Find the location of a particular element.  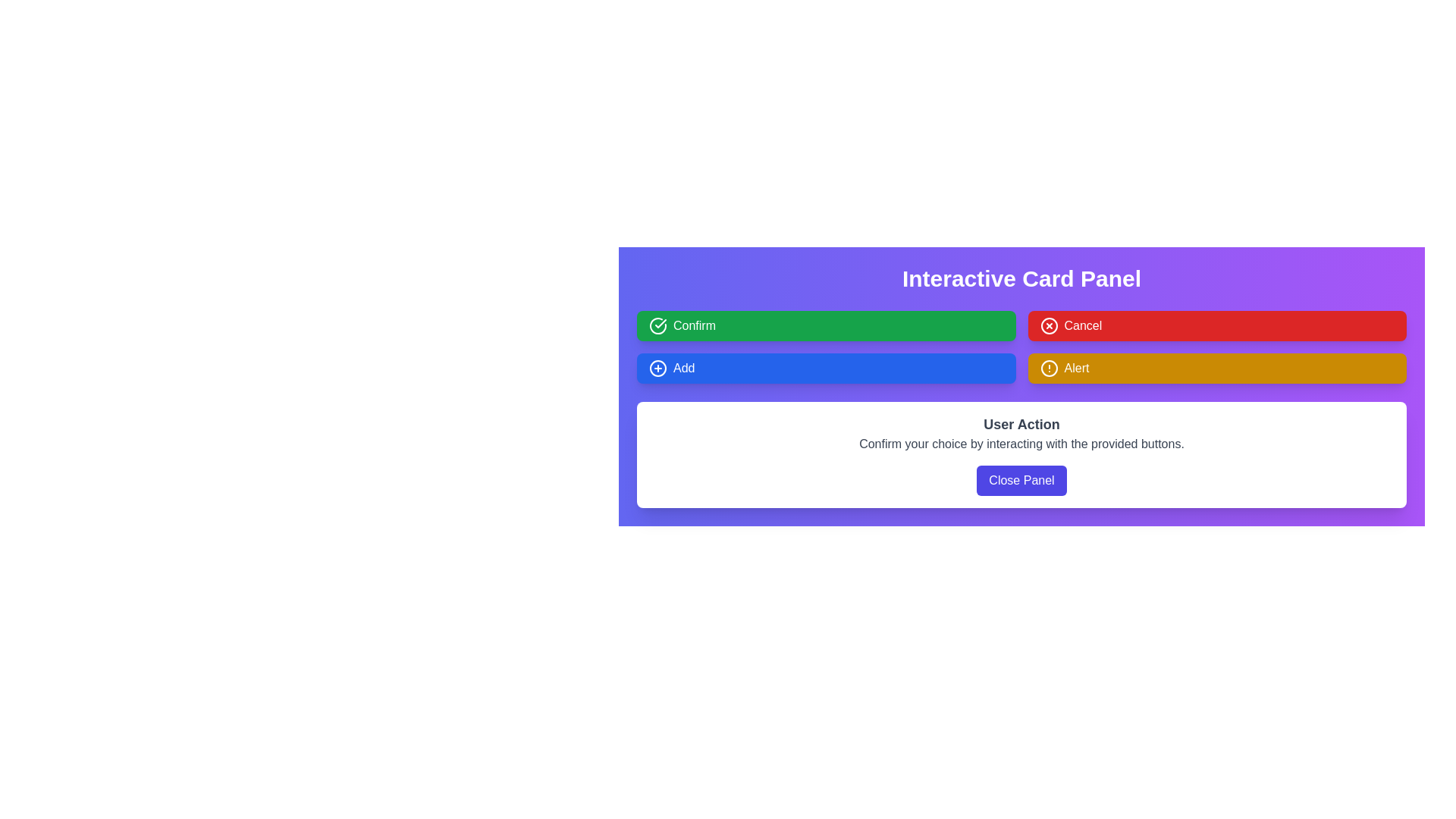

the 'Alert' button, which is the fourth button in the second row under the 'Interactive Card Panel', located to the right of the 'Cancel' button is located at coordinates (1048, 369).